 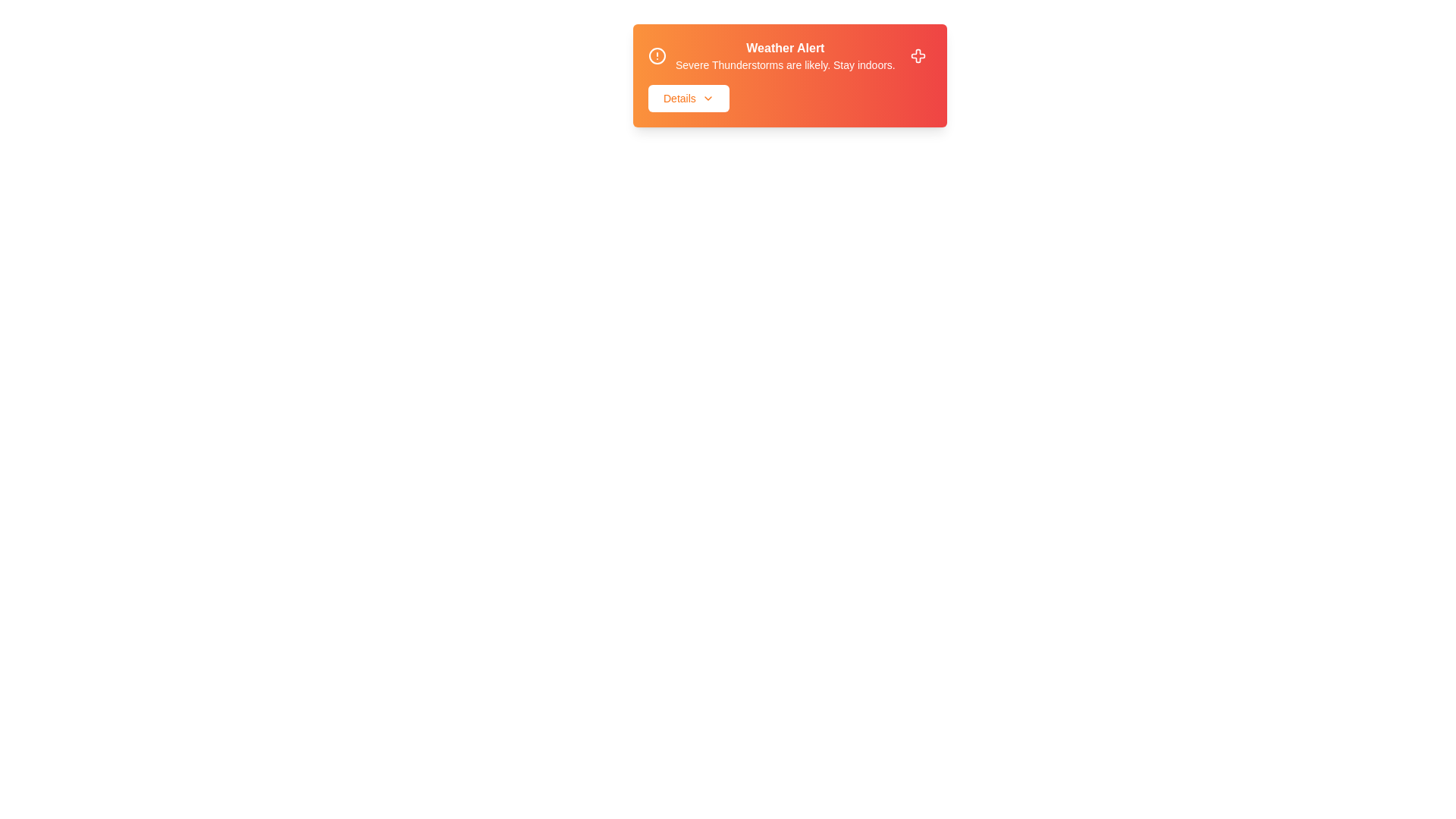 What do you see at coordinates (687, 99) in the screenshot?
I see `the 'Details' button to view more information` at bounding box center [687, 99].